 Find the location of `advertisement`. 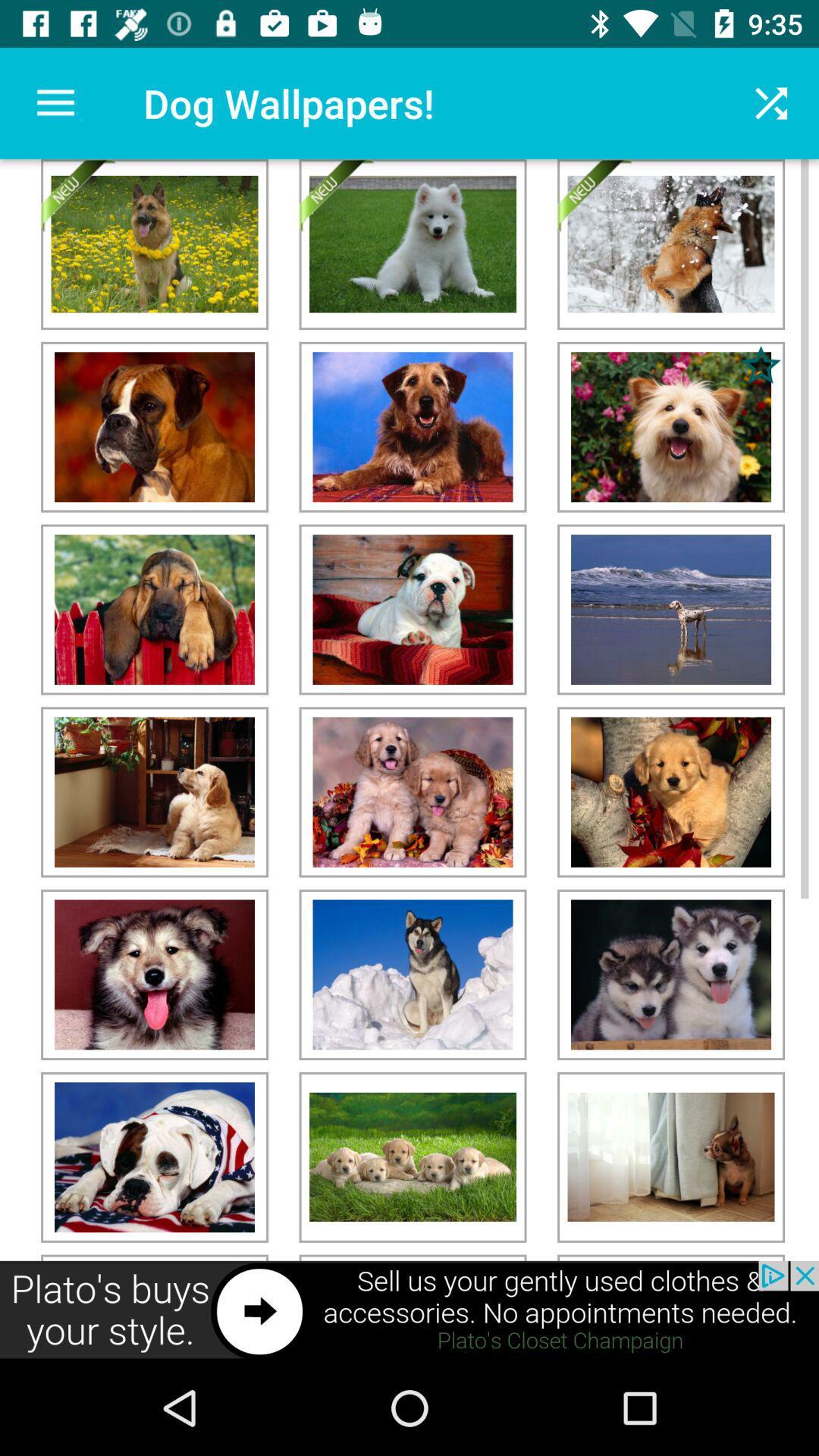

advertisement is located at coordinates (409, 1310).